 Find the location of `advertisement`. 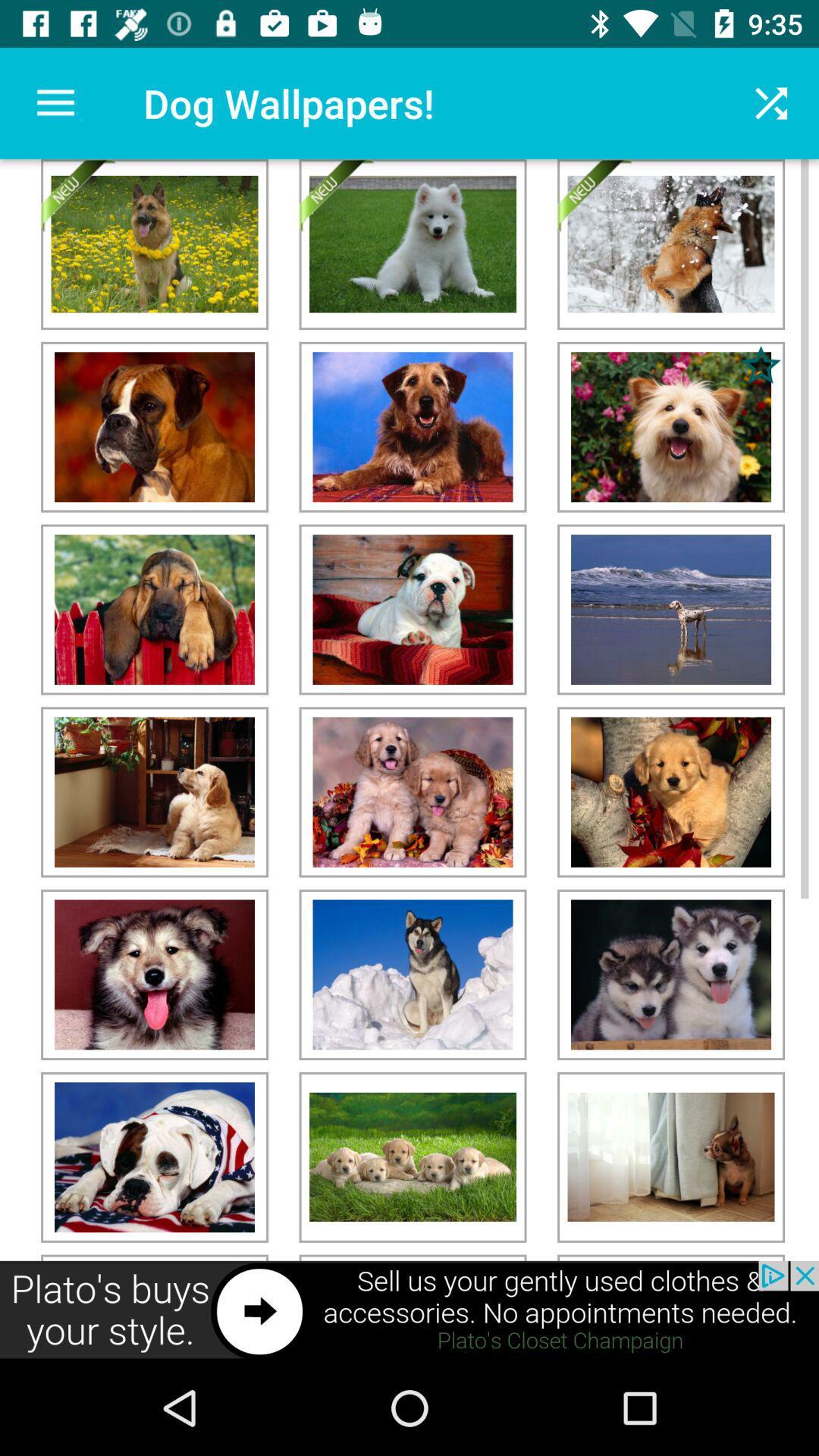

advertisement is located at coordinates (409, 1310).